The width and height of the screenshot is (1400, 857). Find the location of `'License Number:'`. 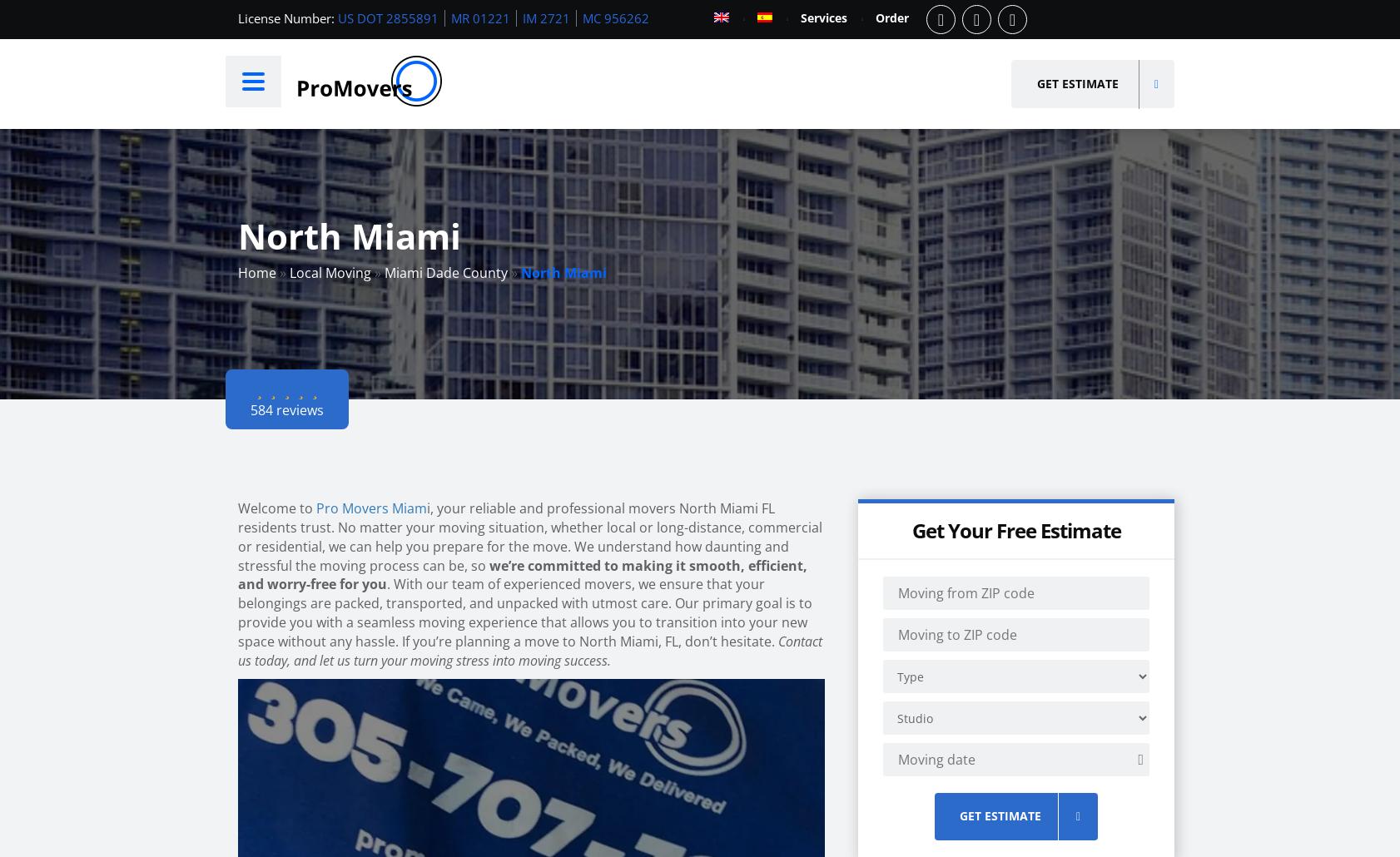

'License Number:' is located at coordinates (286, 18).